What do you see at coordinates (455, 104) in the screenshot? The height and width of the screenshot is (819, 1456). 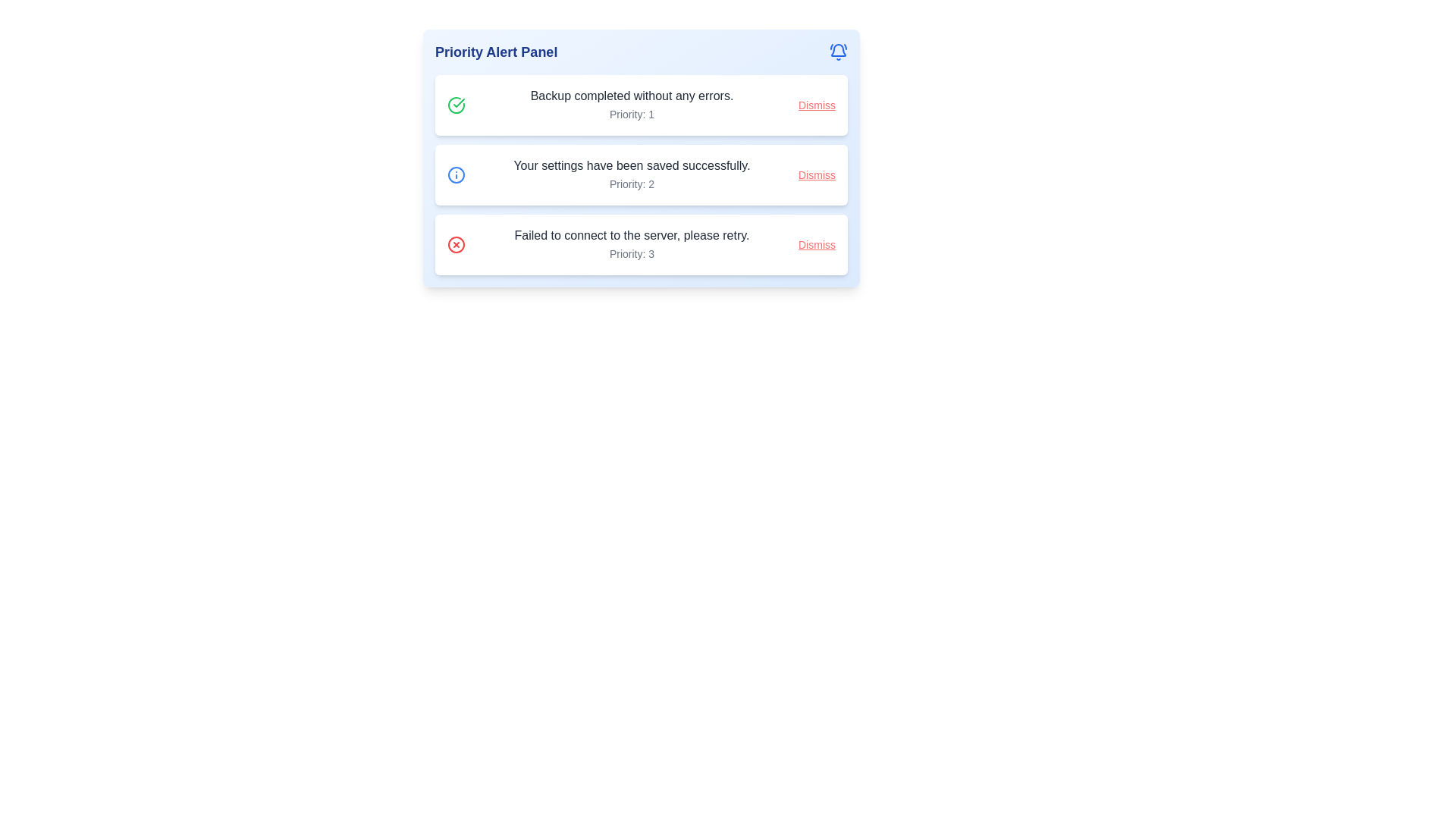 I see `the circular green icon with a check mark, which is located to the left of the notification message 'Backup completed without any errors.'` at bounding box center [455, 104].